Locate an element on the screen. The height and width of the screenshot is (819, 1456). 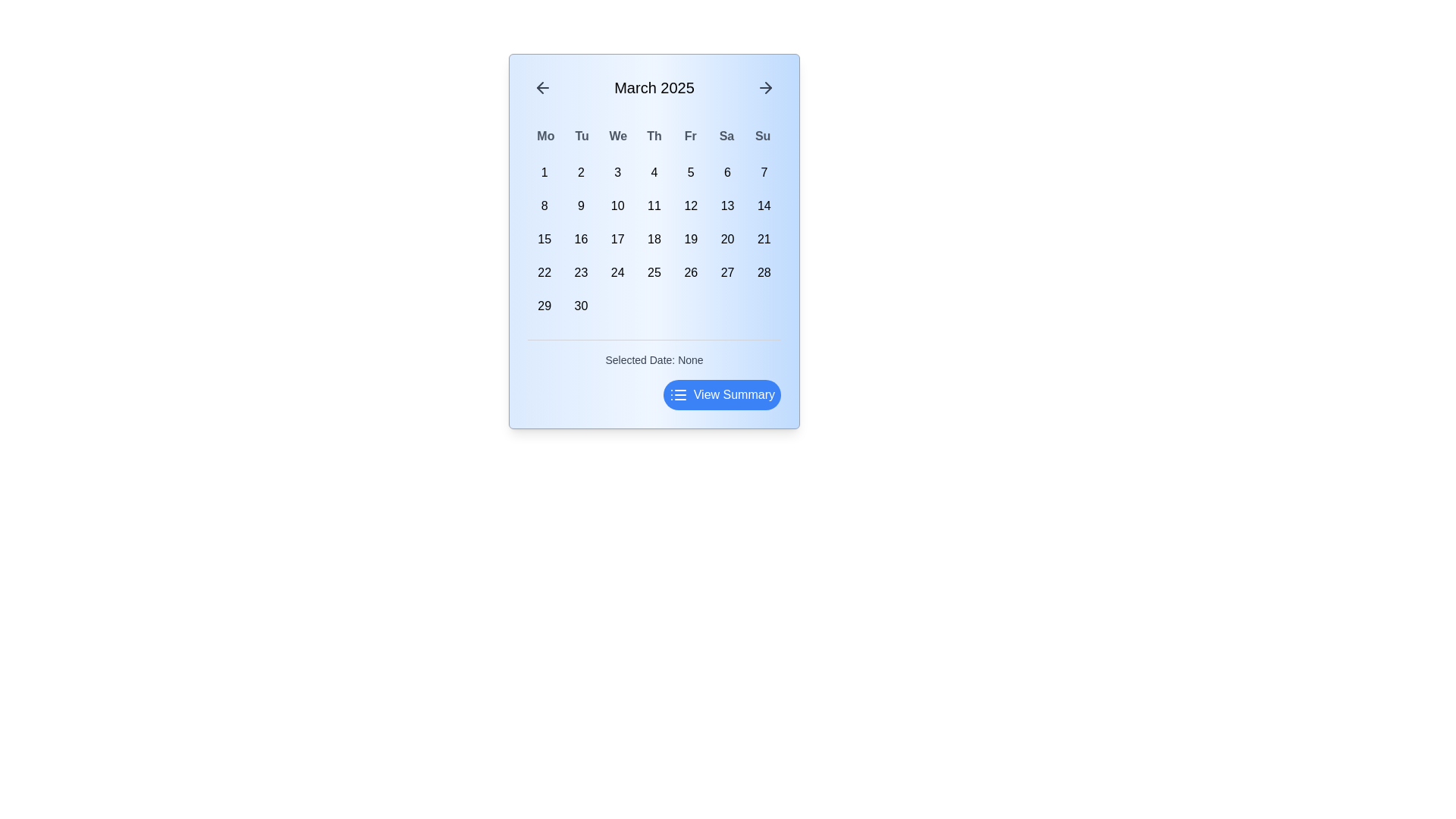
the button representing the date '13' in the calendar for March 2025 is located at coordinates (726, 206).